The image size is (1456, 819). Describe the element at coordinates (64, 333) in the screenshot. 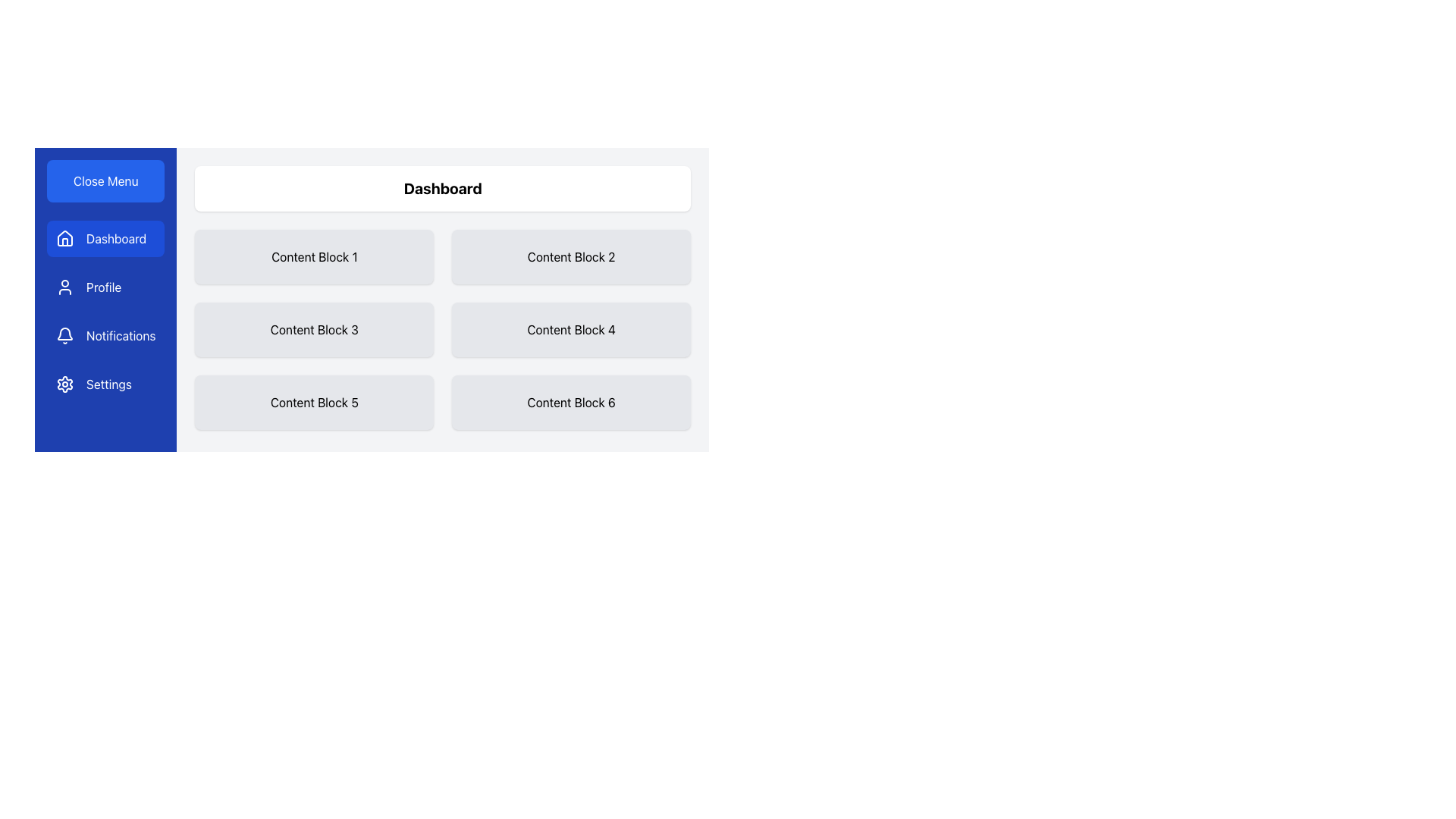

I see `the bell icon located in the 'Notifications' section of the navigation menu, which is directly below the 'Profile' menu item` at that location.